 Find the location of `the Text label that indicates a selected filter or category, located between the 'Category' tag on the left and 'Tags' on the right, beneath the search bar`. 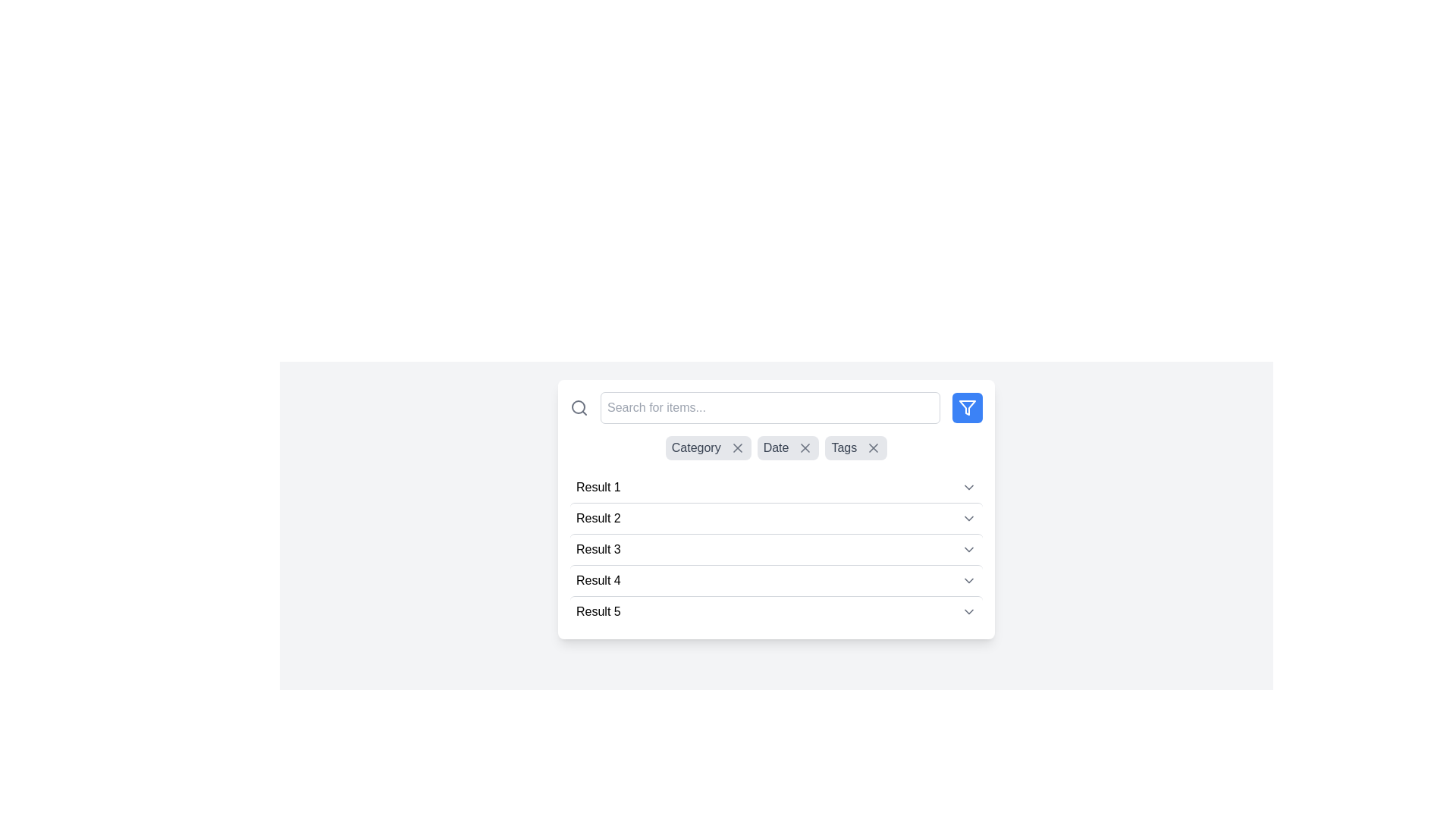

the Text label that indicates a selected filter or category, located between the 'Category' tag on the left and 'Tags' on the right, beneath the search bar is located at coordinates (776, 447).